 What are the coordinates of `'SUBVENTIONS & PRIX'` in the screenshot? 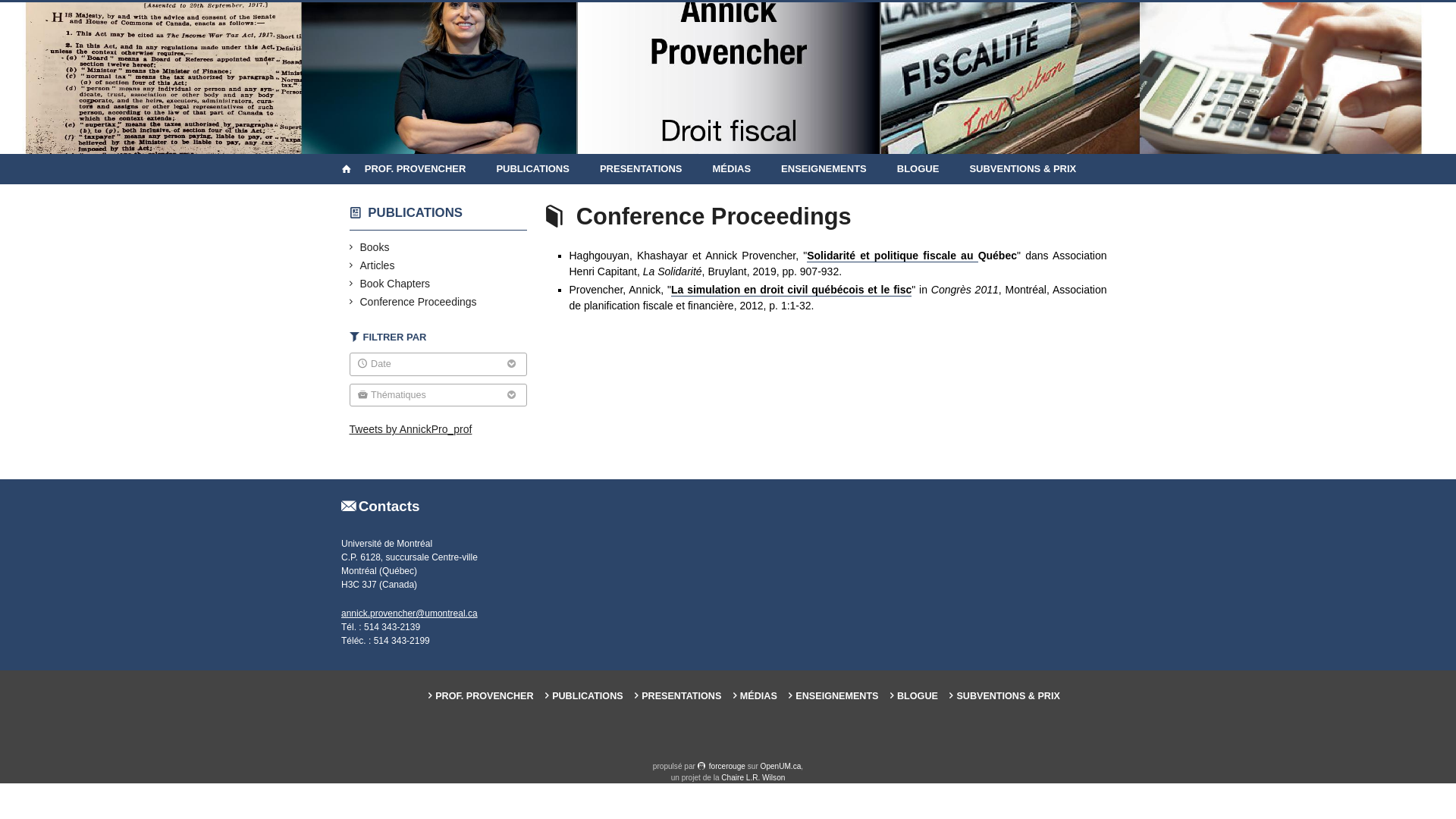 It's located at (1004, 696).